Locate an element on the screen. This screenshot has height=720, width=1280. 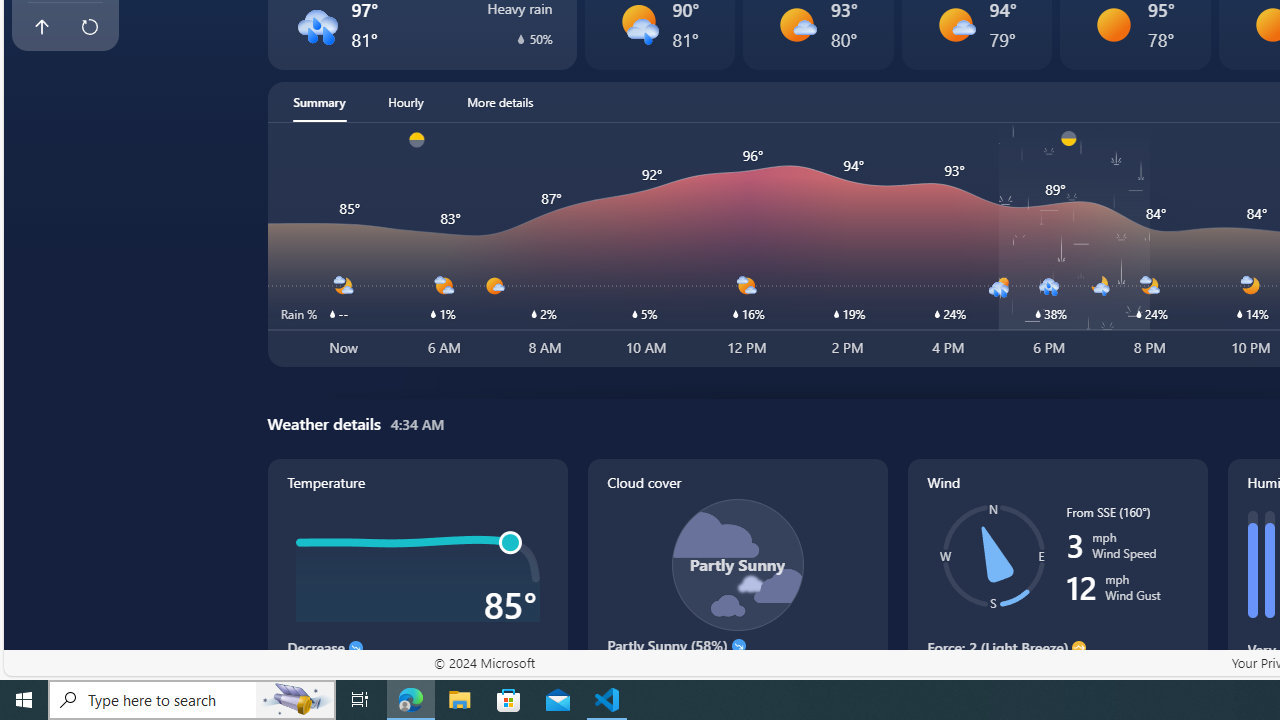
'Back to top' is located at coordinates (41, 27).